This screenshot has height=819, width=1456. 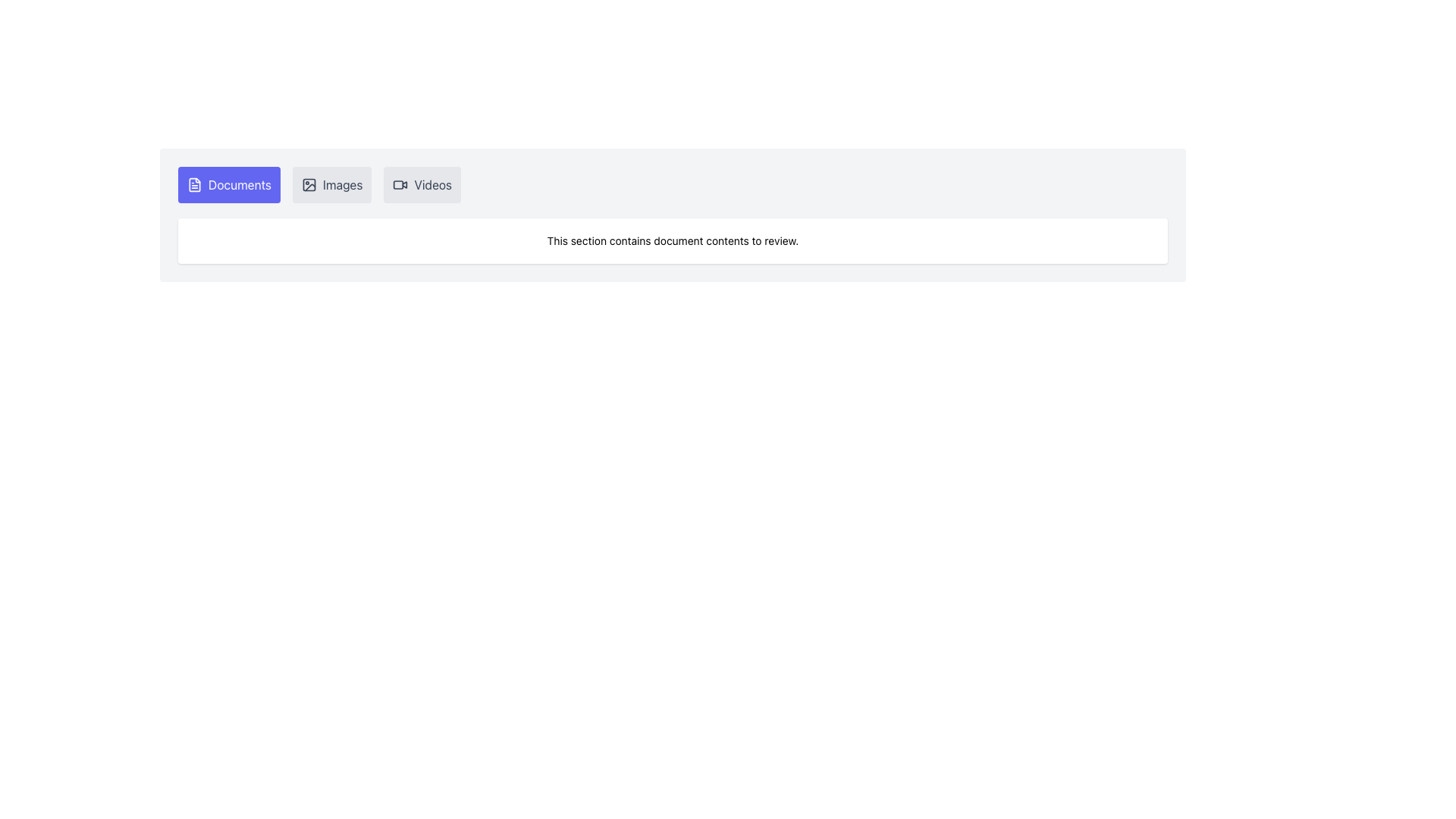 I want to click on the video camera icon SVG that is positioned on the left side of the 'Videos' button in a horizontal button group, so click(x=400, y=184).